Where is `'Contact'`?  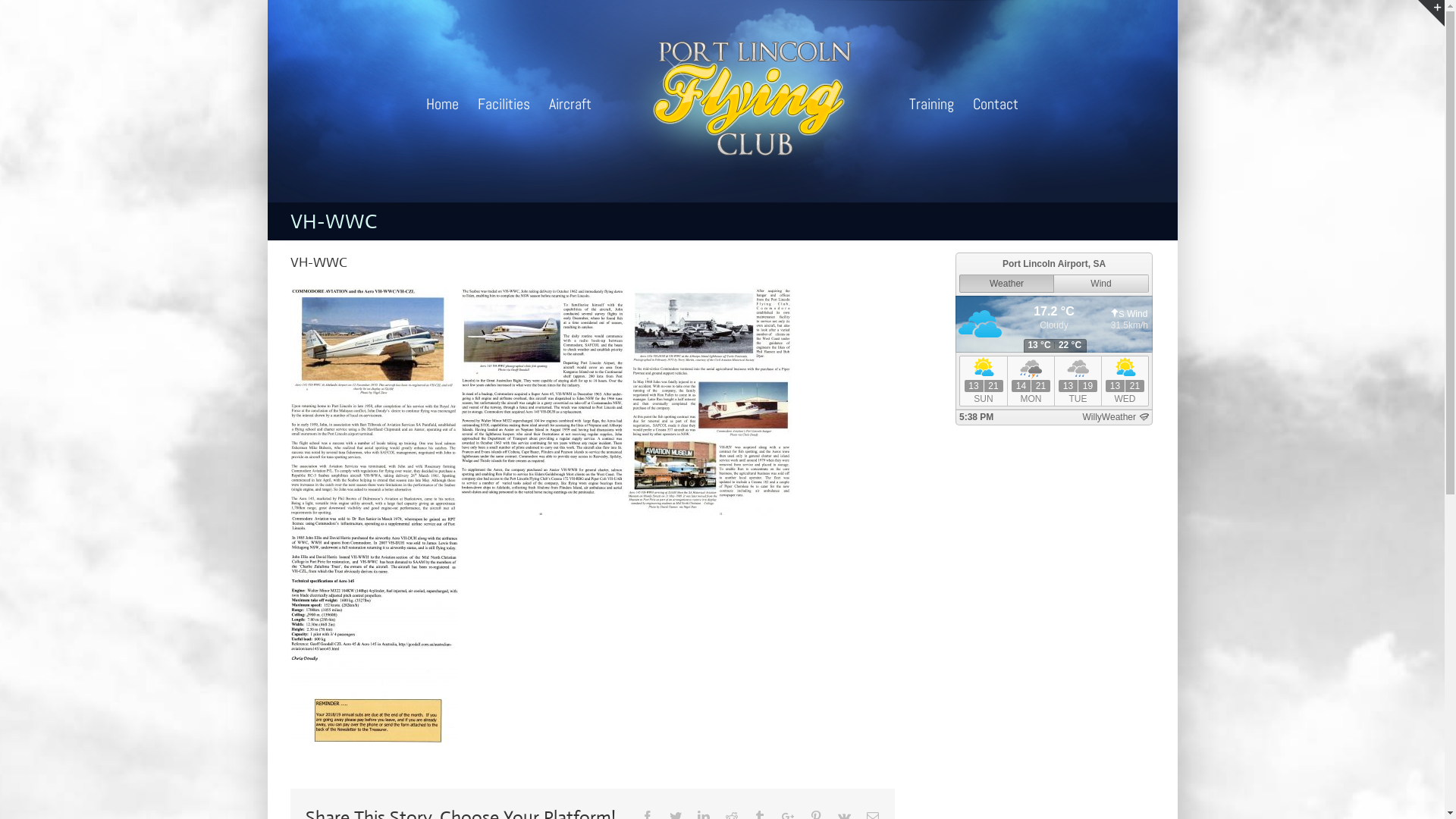
'Contact' is located at coordinates (996, 102).